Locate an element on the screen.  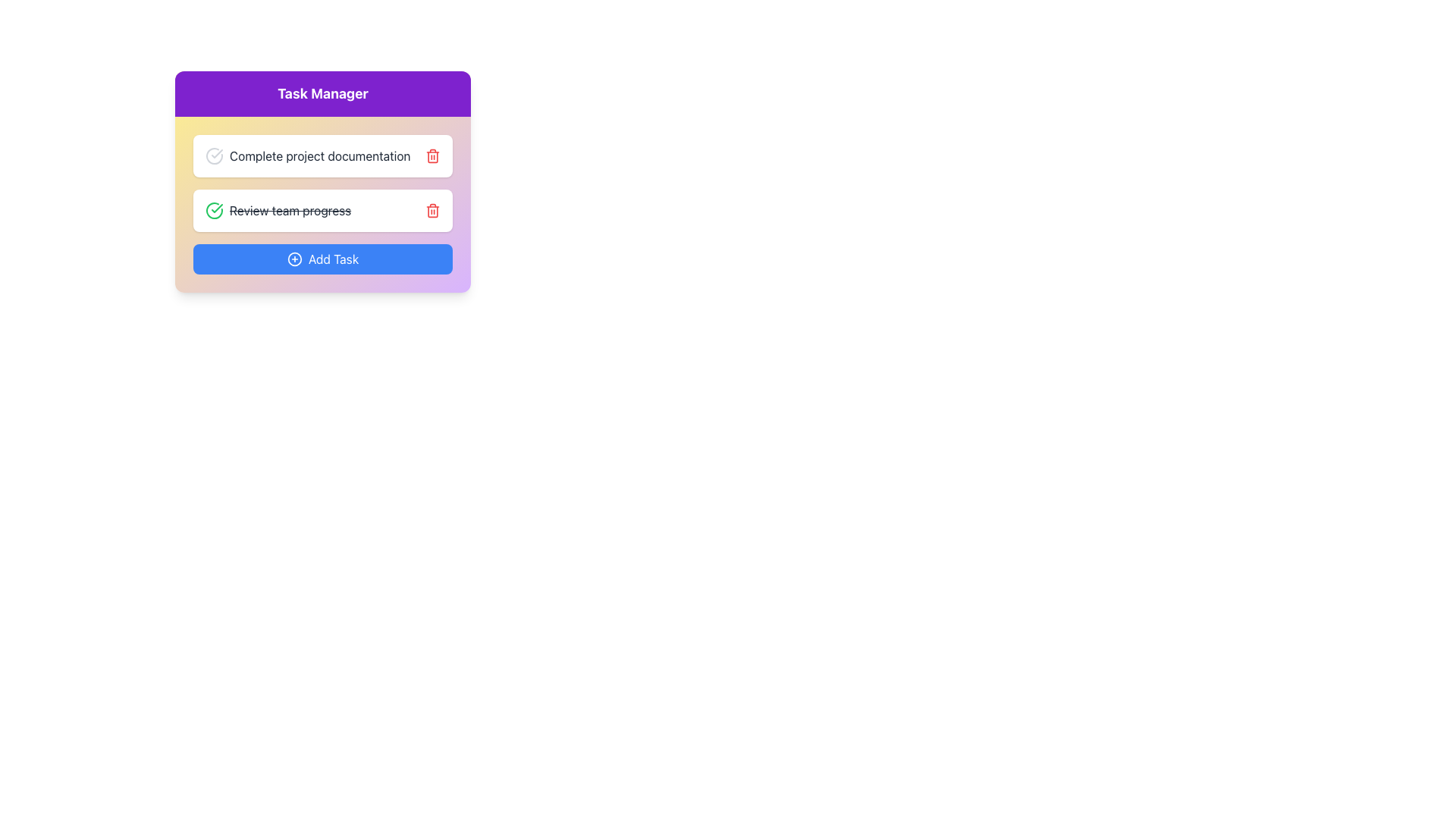
the check icon in the first task entry of the Task Manager to mark the task as complete is located at coordinates (322, 155).